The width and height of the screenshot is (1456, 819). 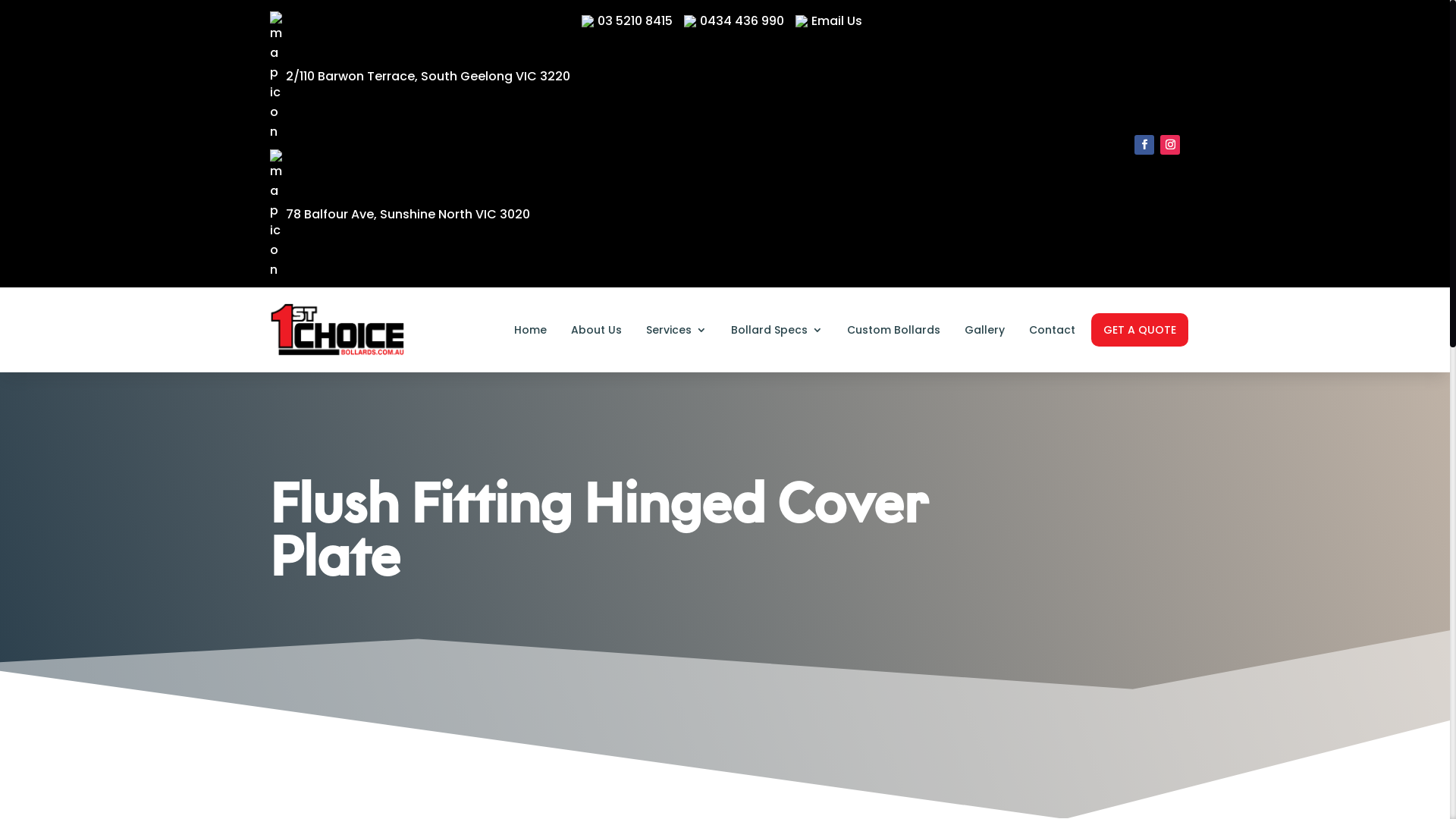 What do you see at coordinates (1159, 145) in the screenshot?
I see `'Follow on Instagram'` at bounding box center [1159, 145].